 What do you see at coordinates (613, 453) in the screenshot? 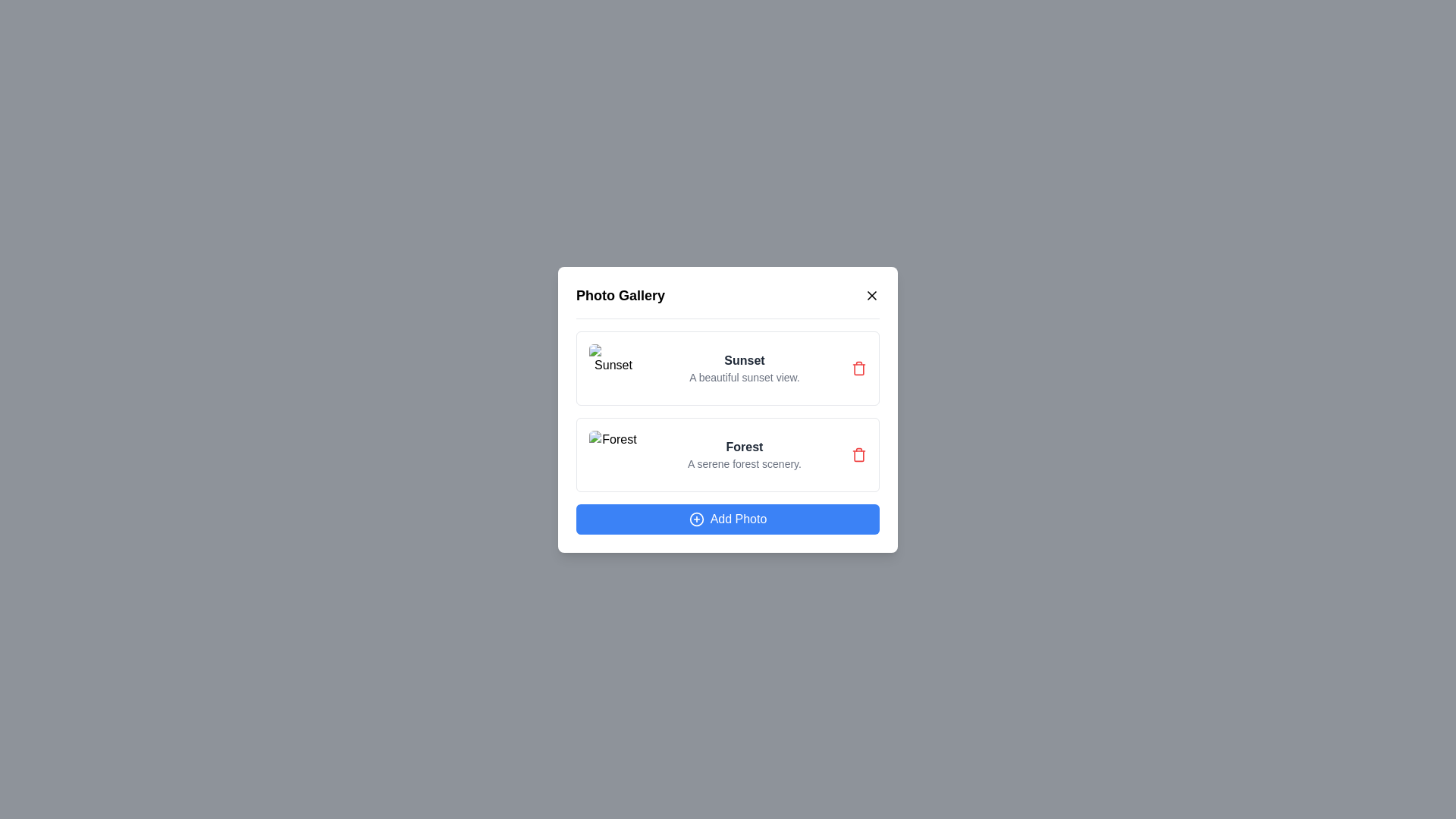
I see `the square thumbnail image with a rounded border representing a forest setting` at bounding box center [613, 453].